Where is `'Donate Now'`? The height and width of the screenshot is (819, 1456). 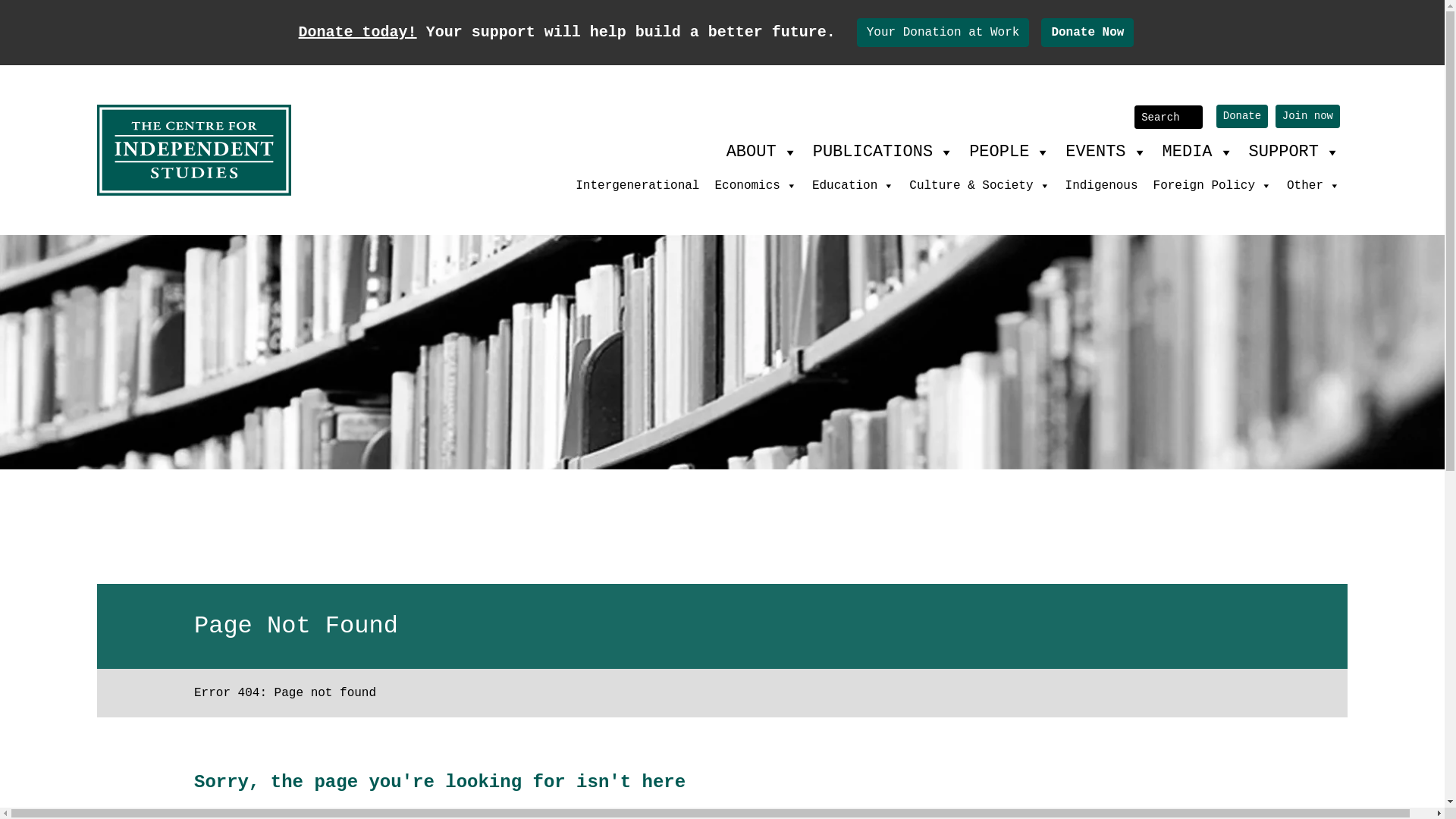 'Donate Now' is located at coordinates (1087, 32).